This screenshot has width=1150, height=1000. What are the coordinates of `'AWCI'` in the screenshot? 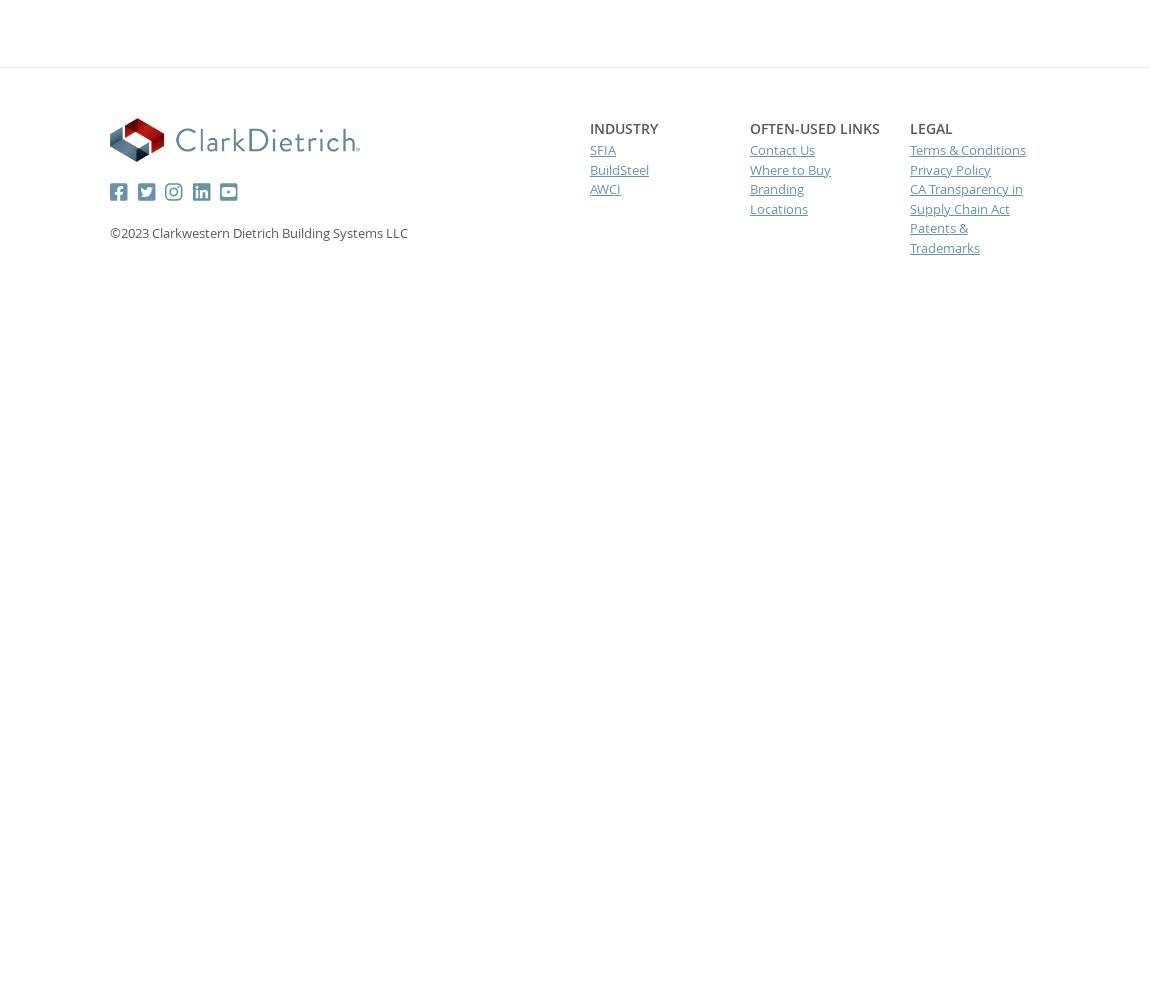 It's located at (604, 188).